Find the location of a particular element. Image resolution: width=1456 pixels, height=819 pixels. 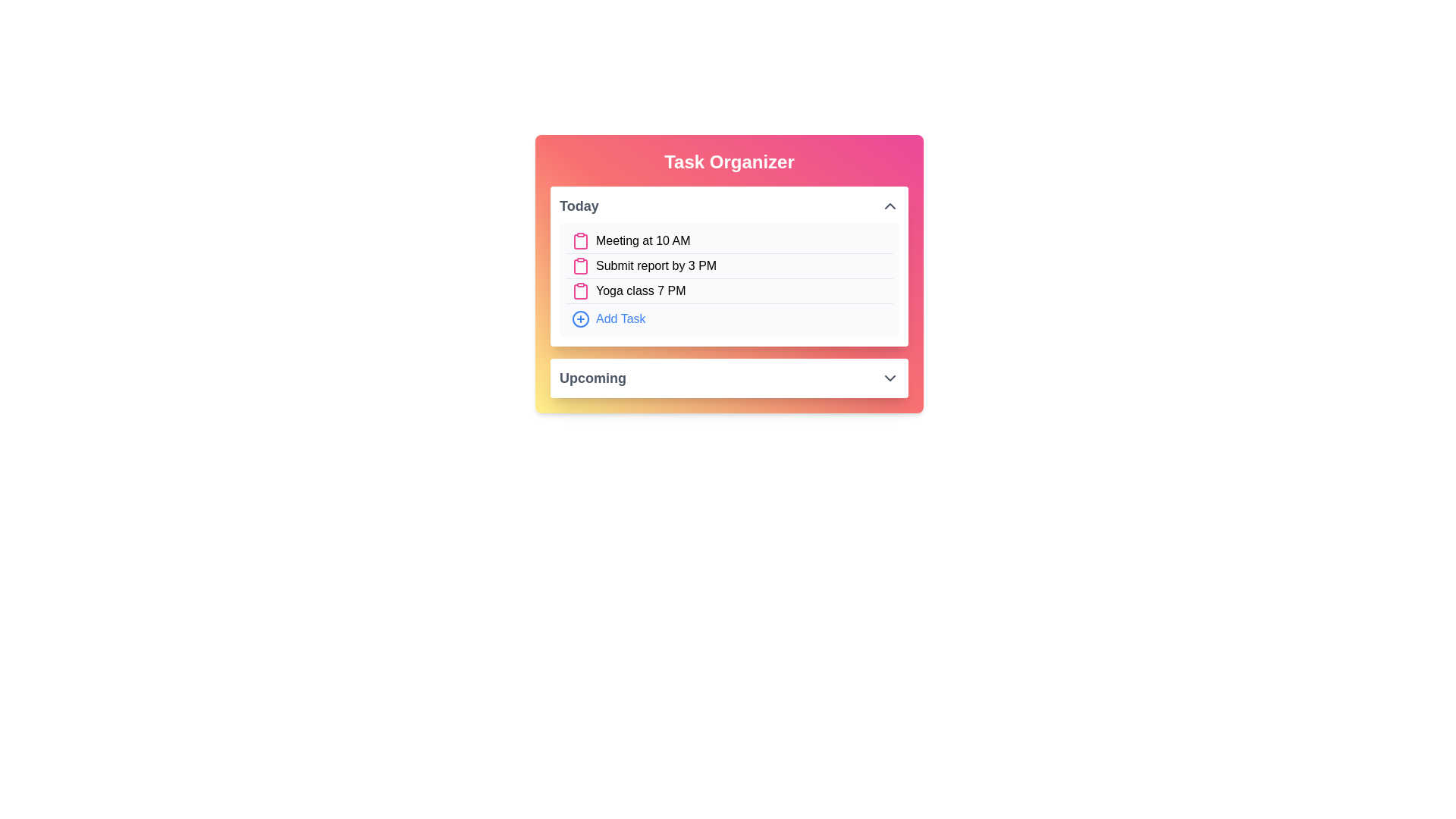

the clipboard icon in the 'Today' section of the 'Task Organizer' card interface is located at coordinates (580, 265).